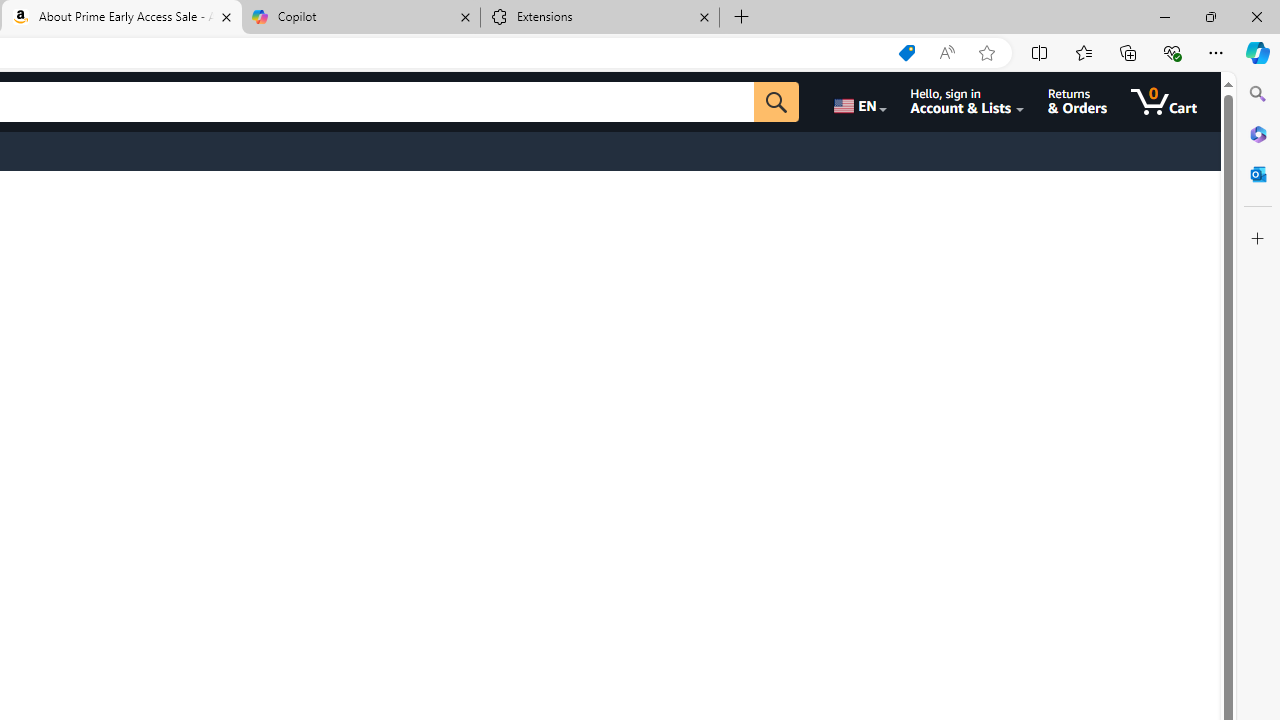 The height and width of the screenshot is (720, 1280). I want to click on 'Extensions', so click(599, 17).